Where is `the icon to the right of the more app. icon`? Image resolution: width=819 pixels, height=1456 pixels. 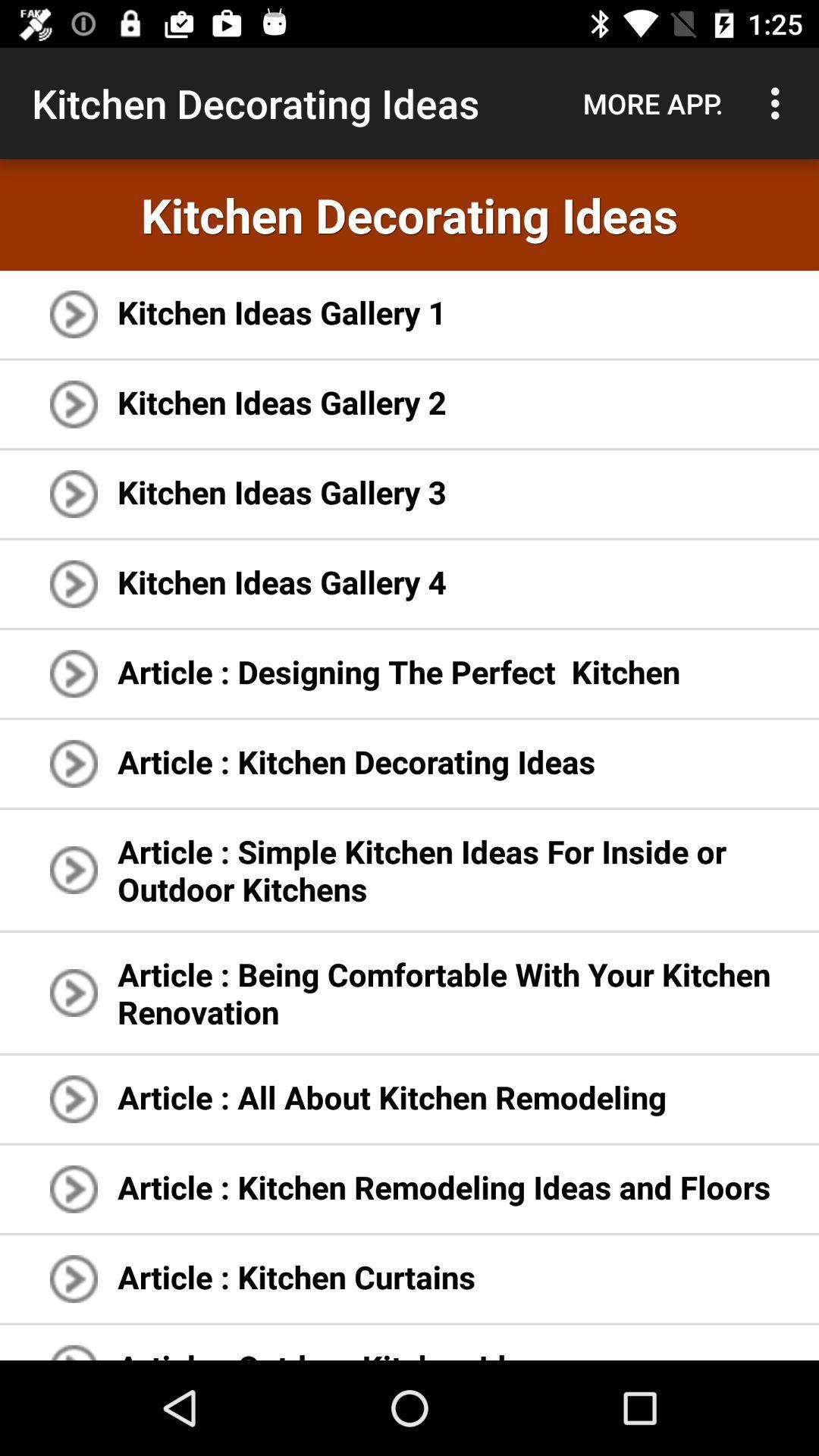 the icon to the right of the more app. icon is located at coordinates (779, 102).